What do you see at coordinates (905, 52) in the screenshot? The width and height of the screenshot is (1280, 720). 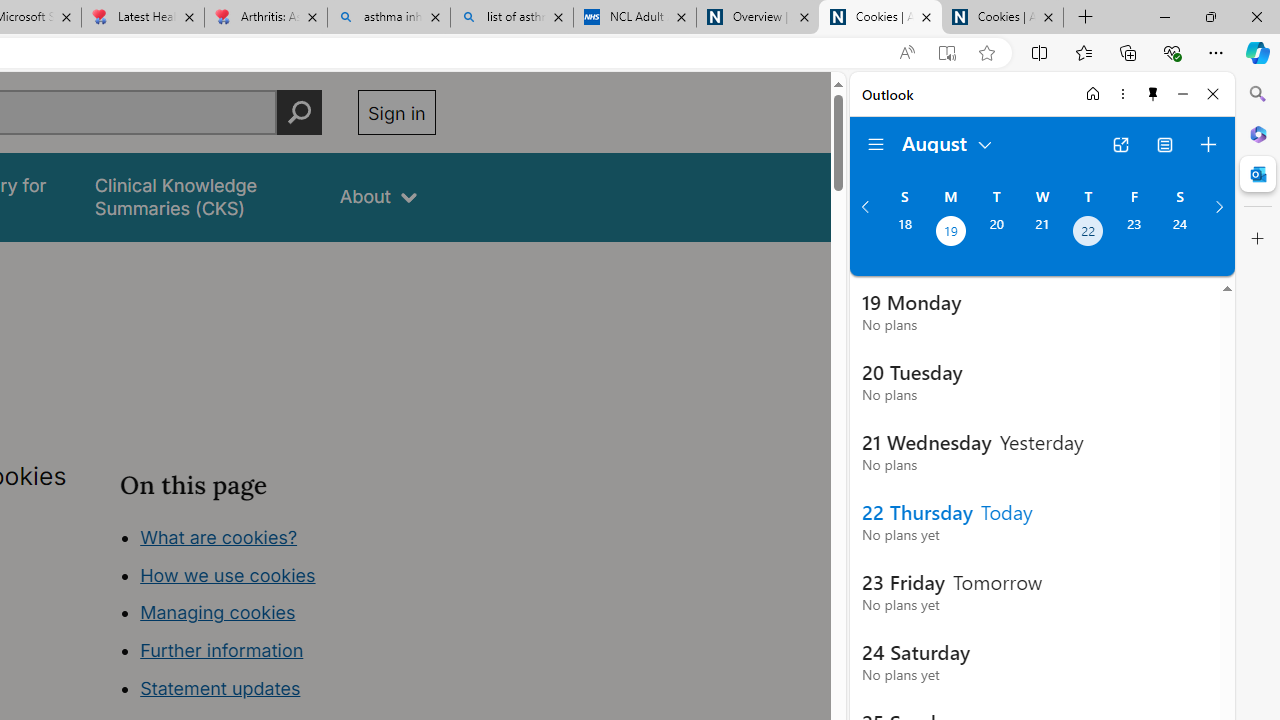 I see `'Read aloud this page (Ctrl+Shift+U)'` at bounding box center [905, 52].